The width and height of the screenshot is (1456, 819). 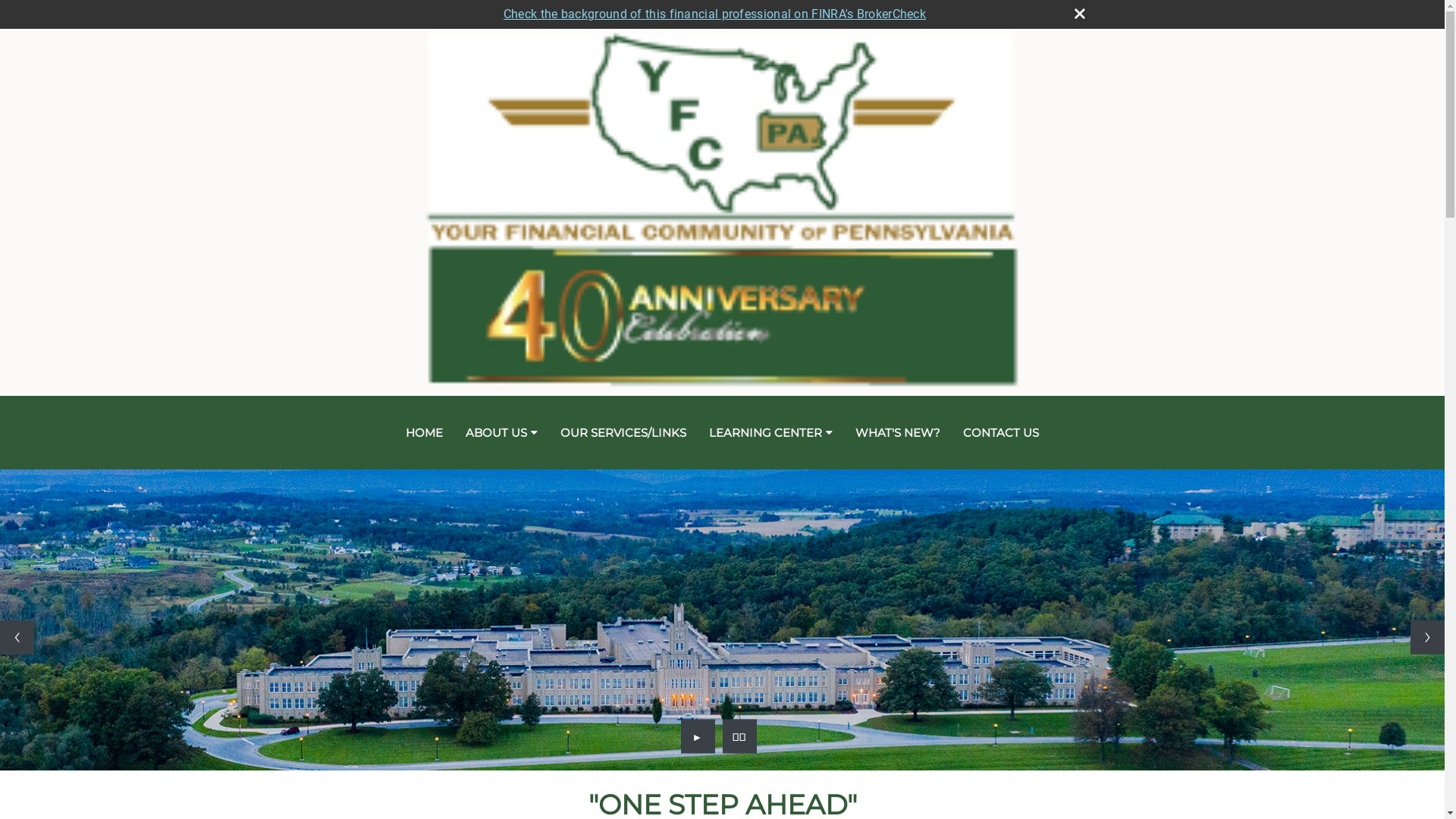 I want to click on 'ABOUT US', so click(x=501, y=432).